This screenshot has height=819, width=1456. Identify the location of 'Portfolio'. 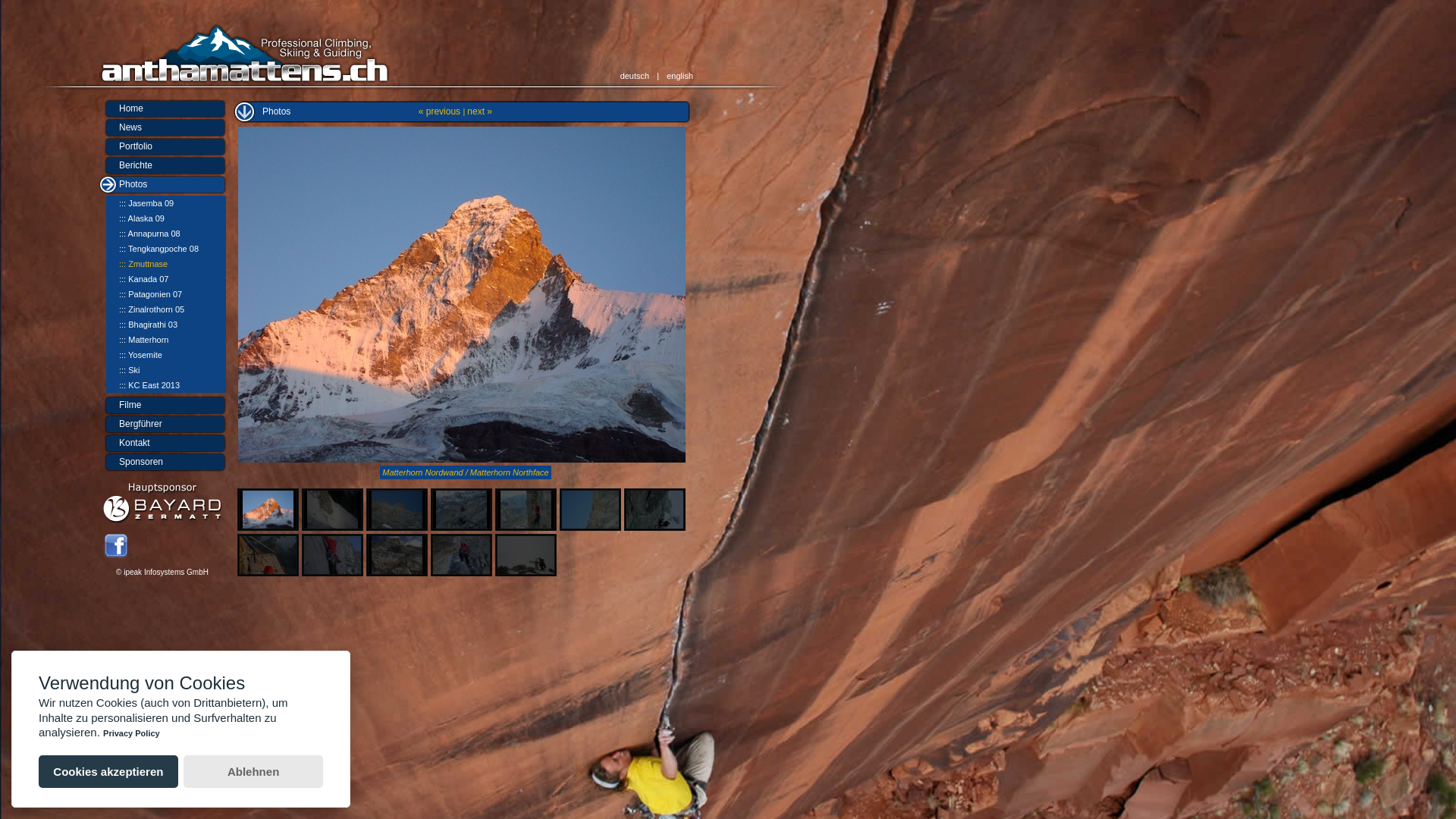
(125, 146).